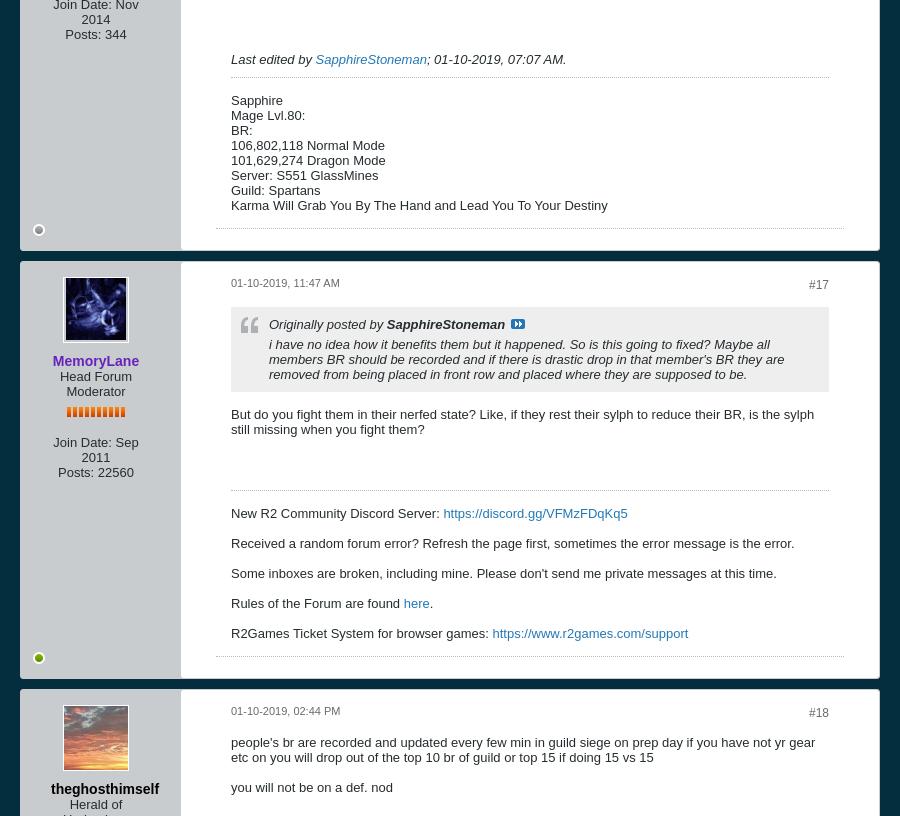 This screenshot has height=816, width=900. I want to click on 'BR:', so click(240, 129).